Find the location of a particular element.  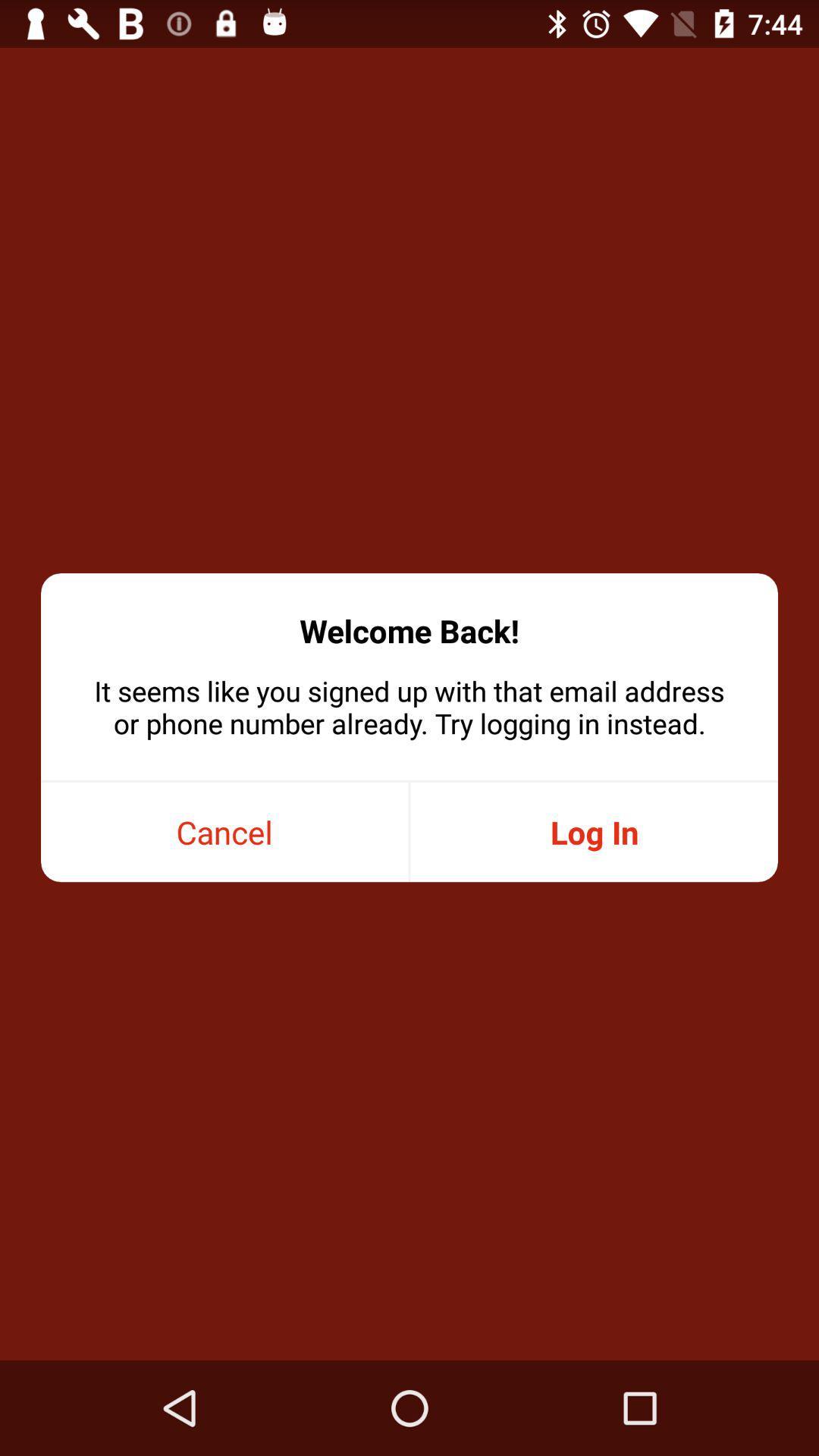

the log in is located at coordinates (593, 831).